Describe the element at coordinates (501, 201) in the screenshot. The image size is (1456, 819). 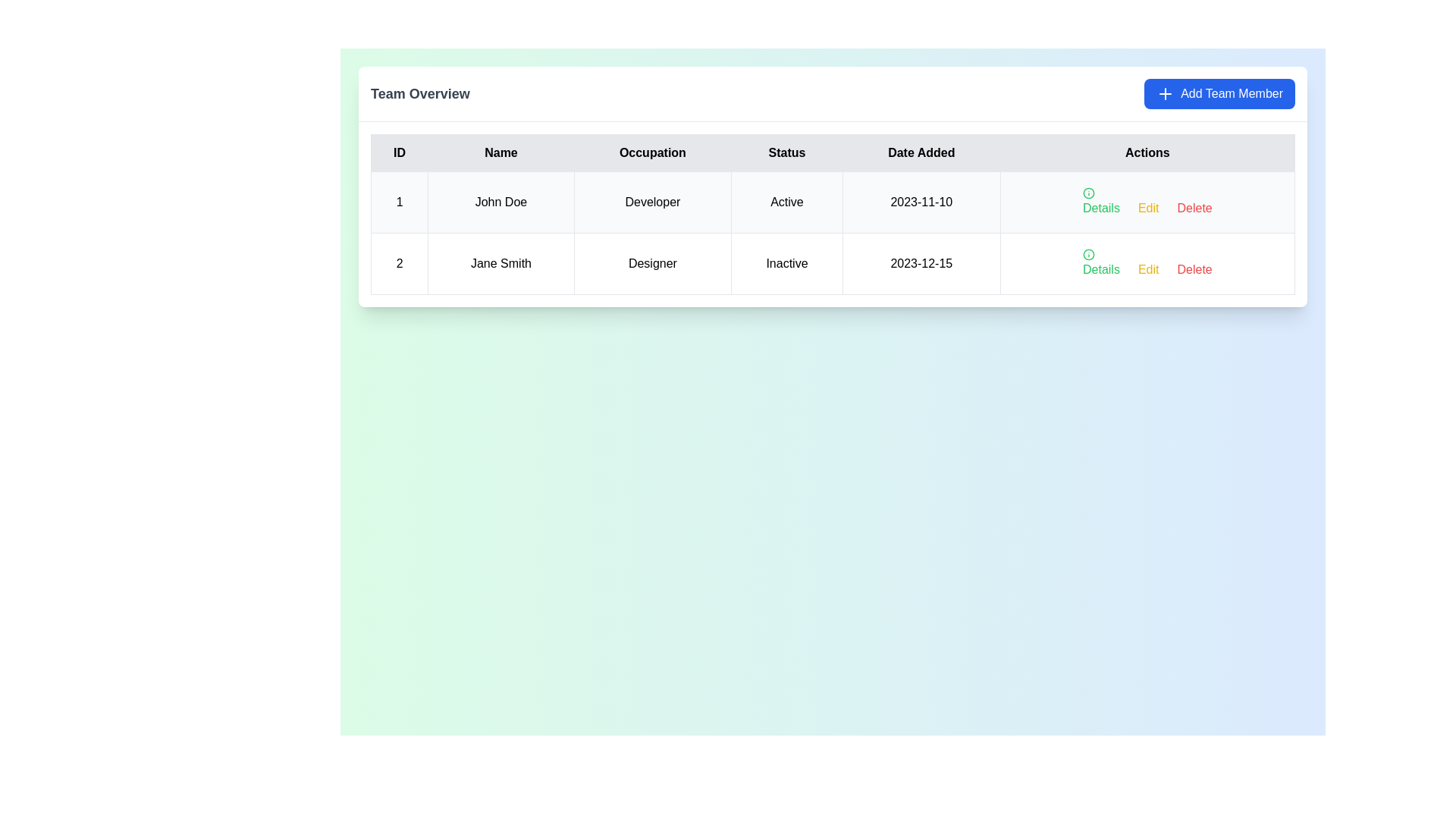
I see `the text label representing the name of an individual in the team members table, located in the 'Name' column` at that location.